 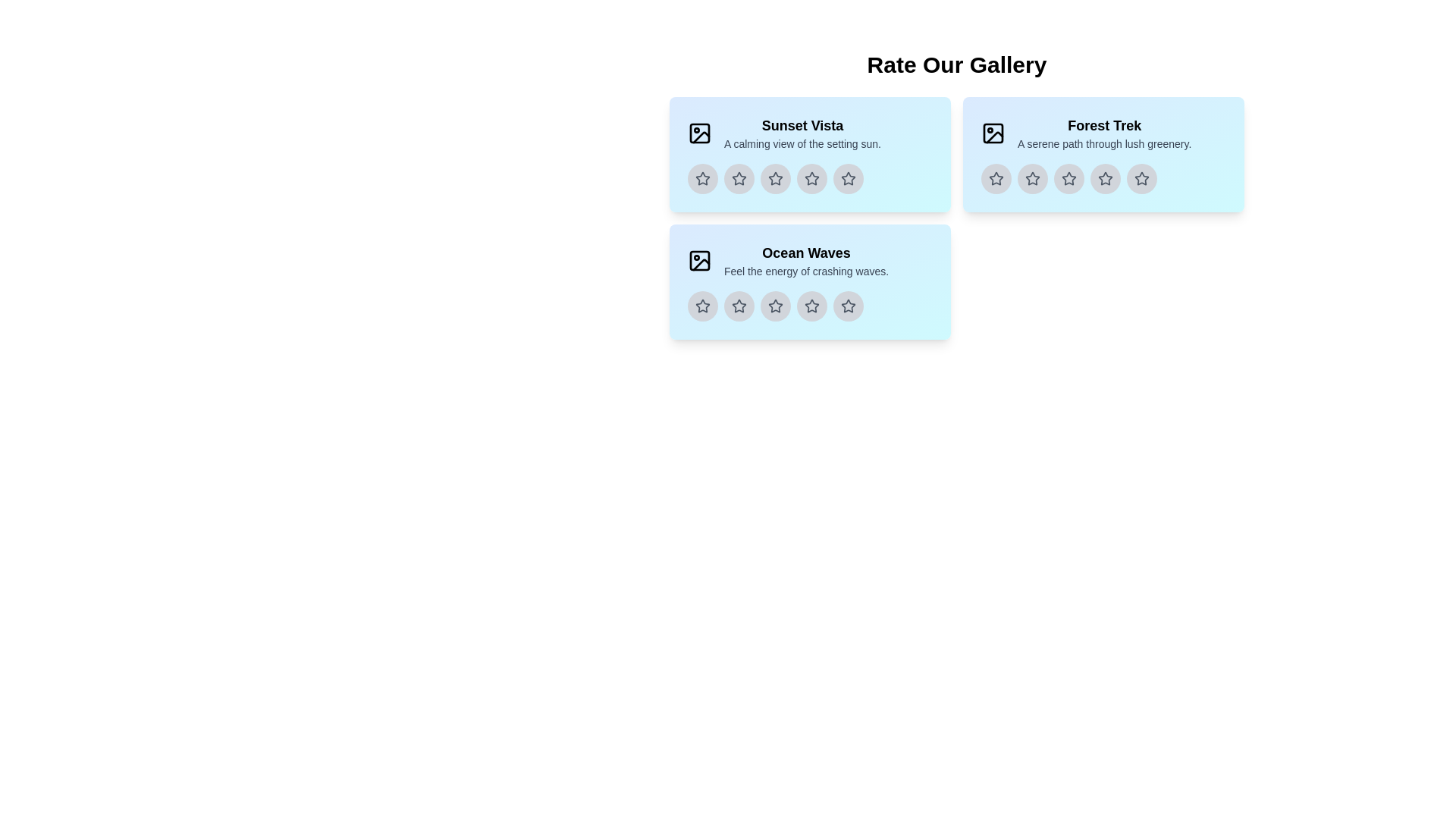 I want to click on the first star-shaped rating icon in the top-left rating row under the 'Sunset Vista' title, so click(x=701, y=177).